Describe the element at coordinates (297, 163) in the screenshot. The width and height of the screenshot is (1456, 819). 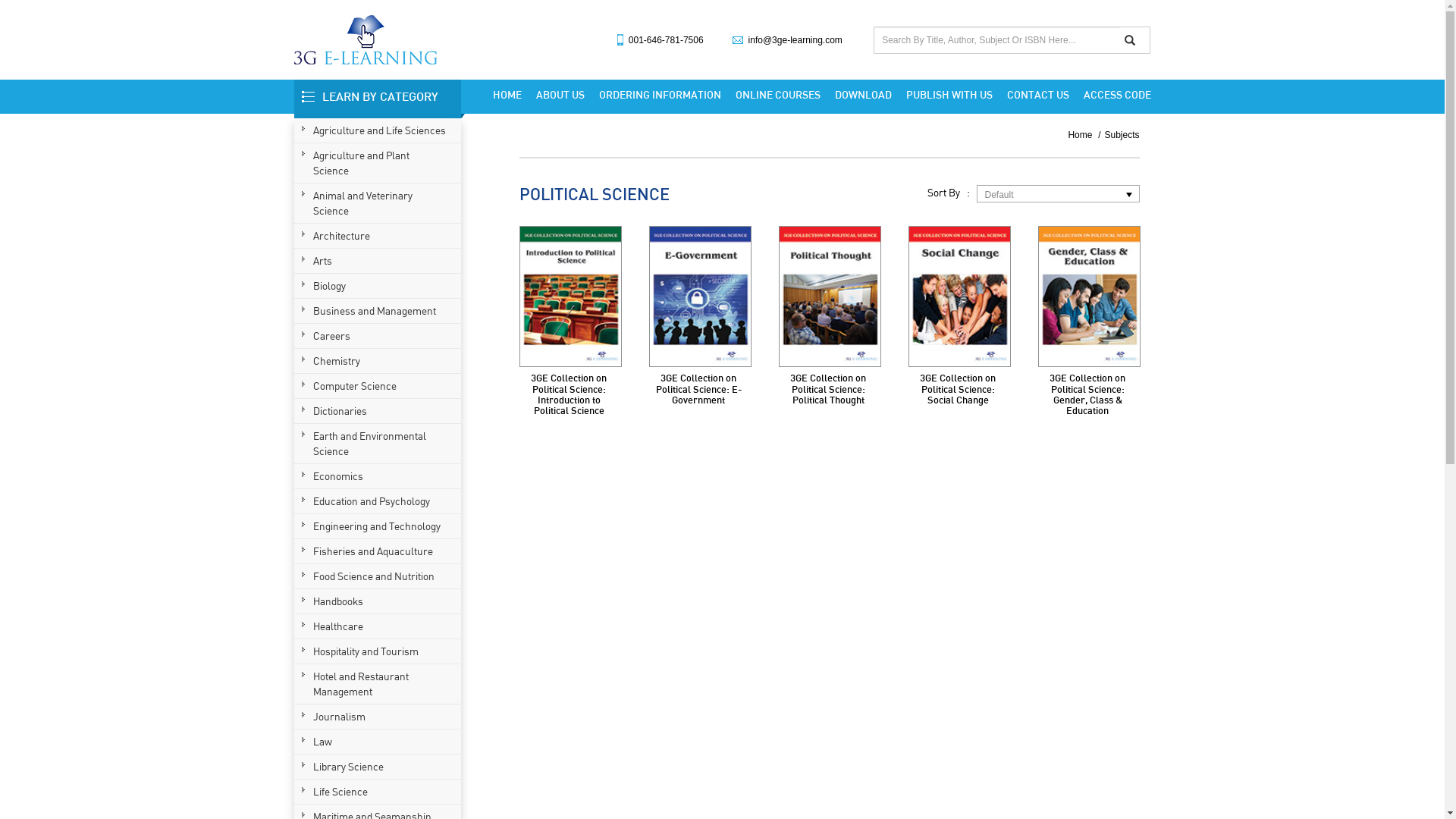
I see `'Agriculture and Plant Science'` at that location.